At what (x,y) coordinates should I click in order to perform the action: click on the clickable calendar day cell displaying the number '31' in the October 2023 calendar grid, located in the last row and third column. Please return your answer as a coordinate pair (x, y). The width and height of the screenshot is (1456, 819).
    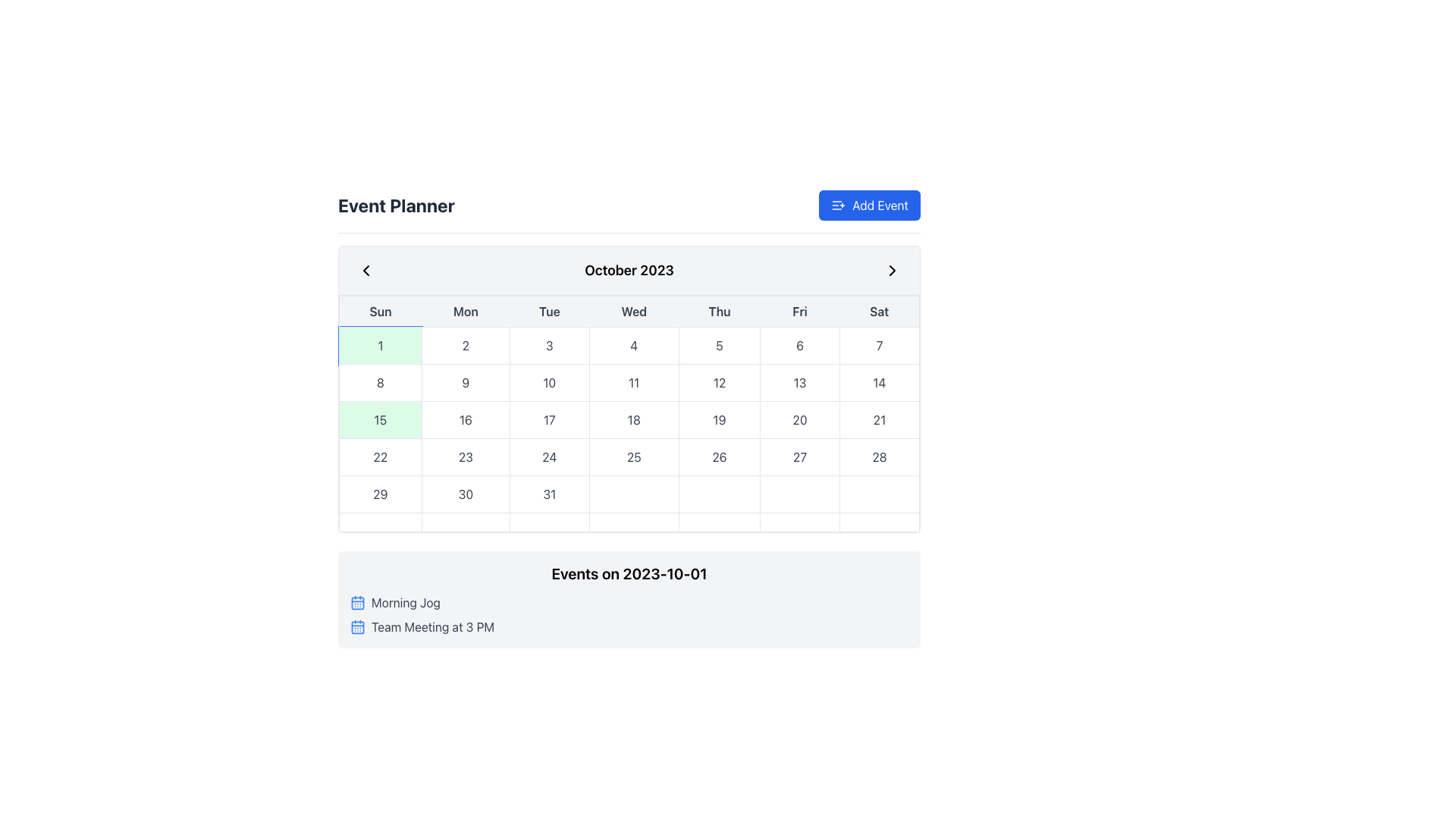
    Looking at the image, I should click on (548, 494).